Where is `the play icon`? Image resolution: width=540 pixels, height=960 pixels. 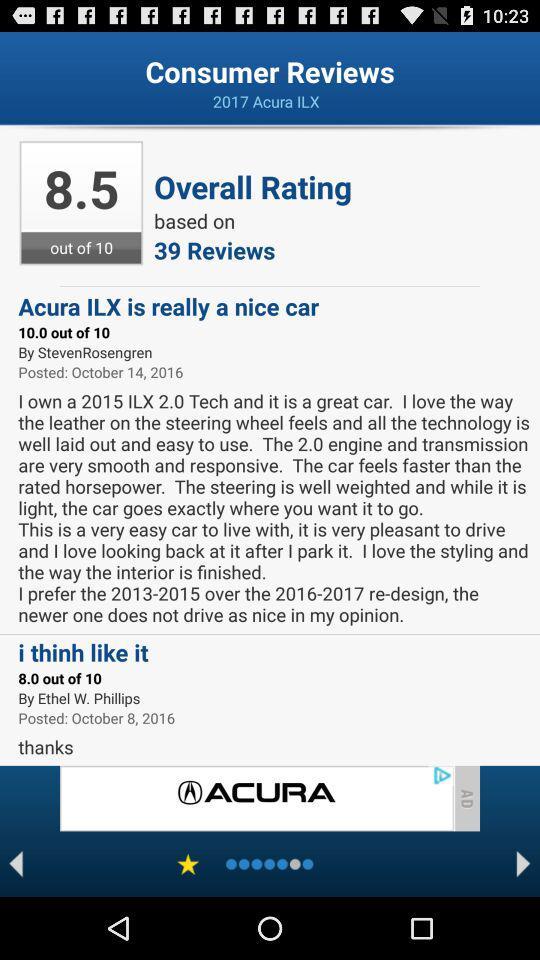
the play icon is located at coordinates (523, 924).